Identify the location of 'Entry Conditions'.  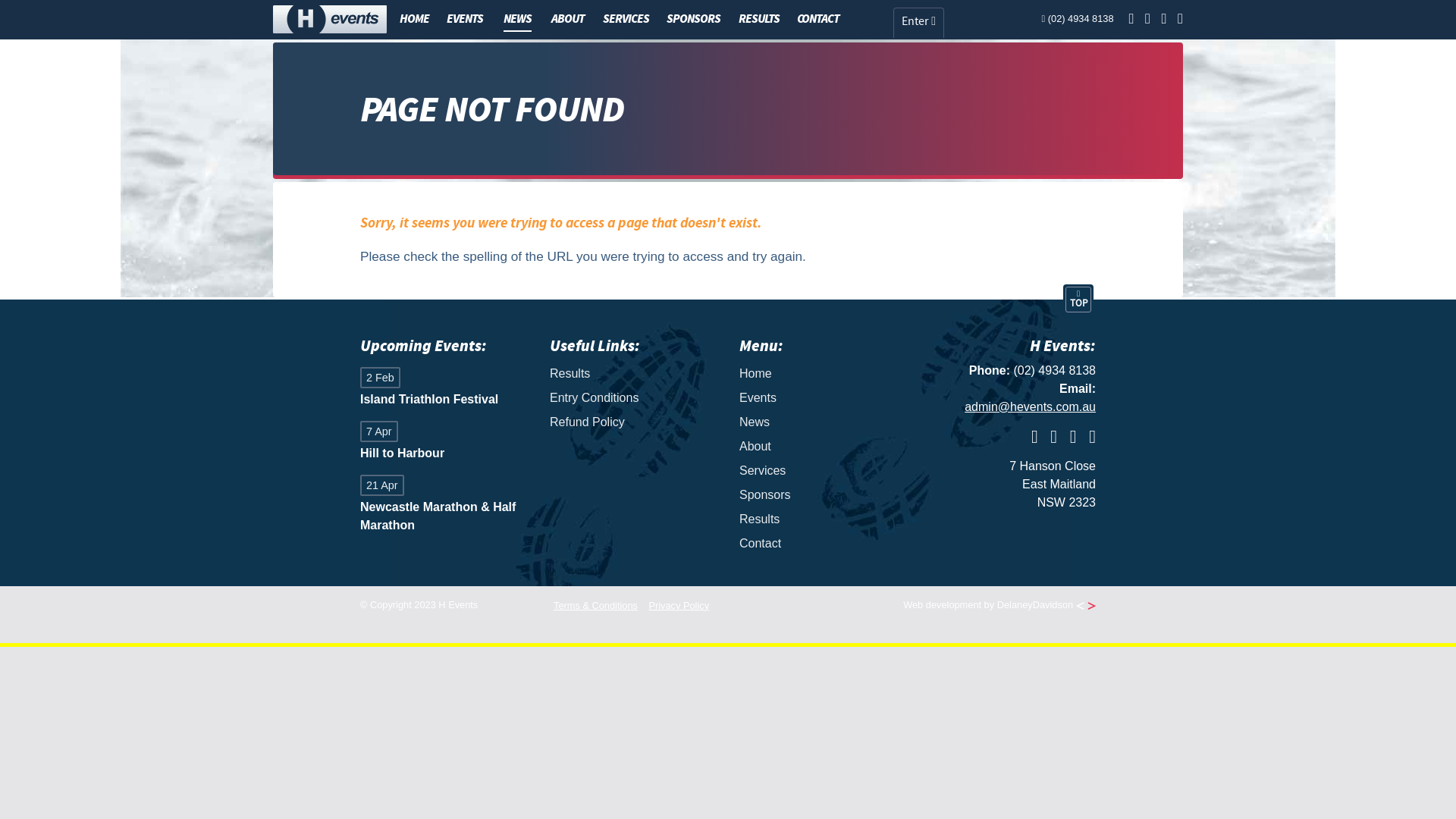
(633, 397).